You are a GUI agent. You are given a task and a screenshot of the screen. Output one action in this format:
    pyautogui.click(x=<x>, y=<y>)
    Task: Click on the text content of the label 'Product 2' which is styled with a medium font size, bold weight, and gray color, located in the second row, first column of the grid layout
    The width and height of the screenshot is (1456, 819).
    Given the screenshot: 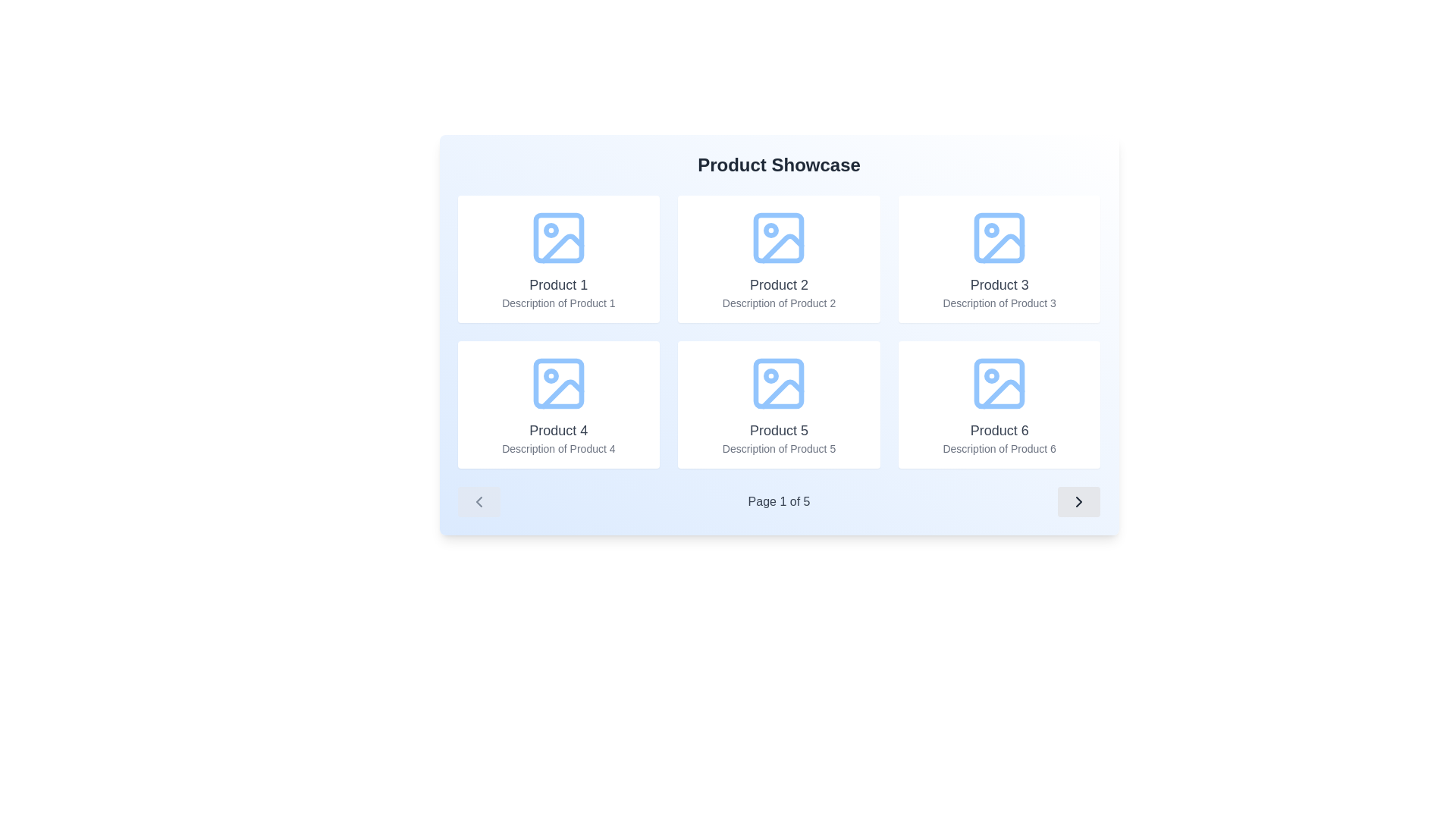 What is the action you would take?
    pyautogui.click(x=779, y=284)
    